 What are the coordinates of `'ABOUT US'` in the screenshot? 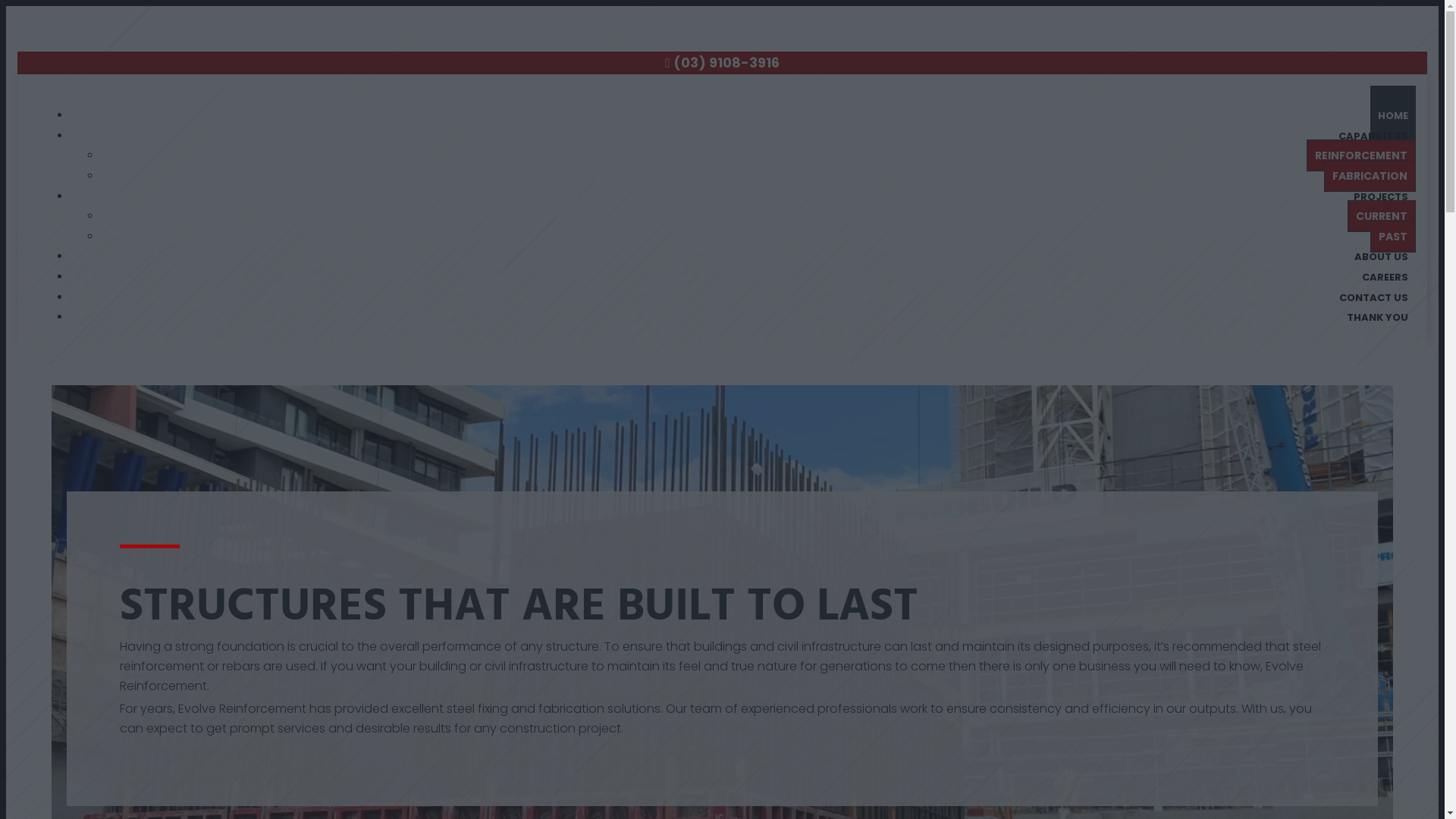 It's located at (1381, 256).